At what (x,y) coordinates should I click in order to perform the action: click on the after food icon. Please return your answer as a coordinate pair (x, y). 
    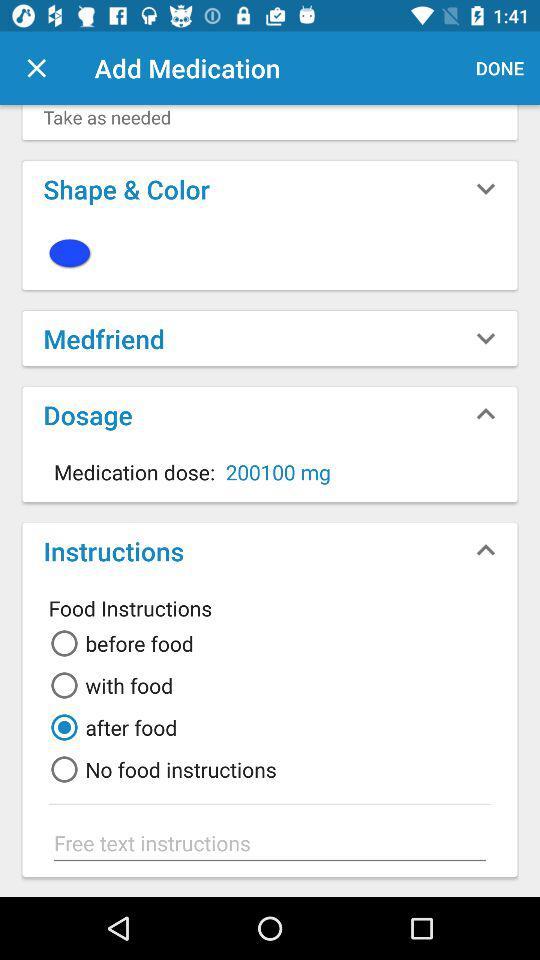
    Looking at the image, I should click on (110, 726).